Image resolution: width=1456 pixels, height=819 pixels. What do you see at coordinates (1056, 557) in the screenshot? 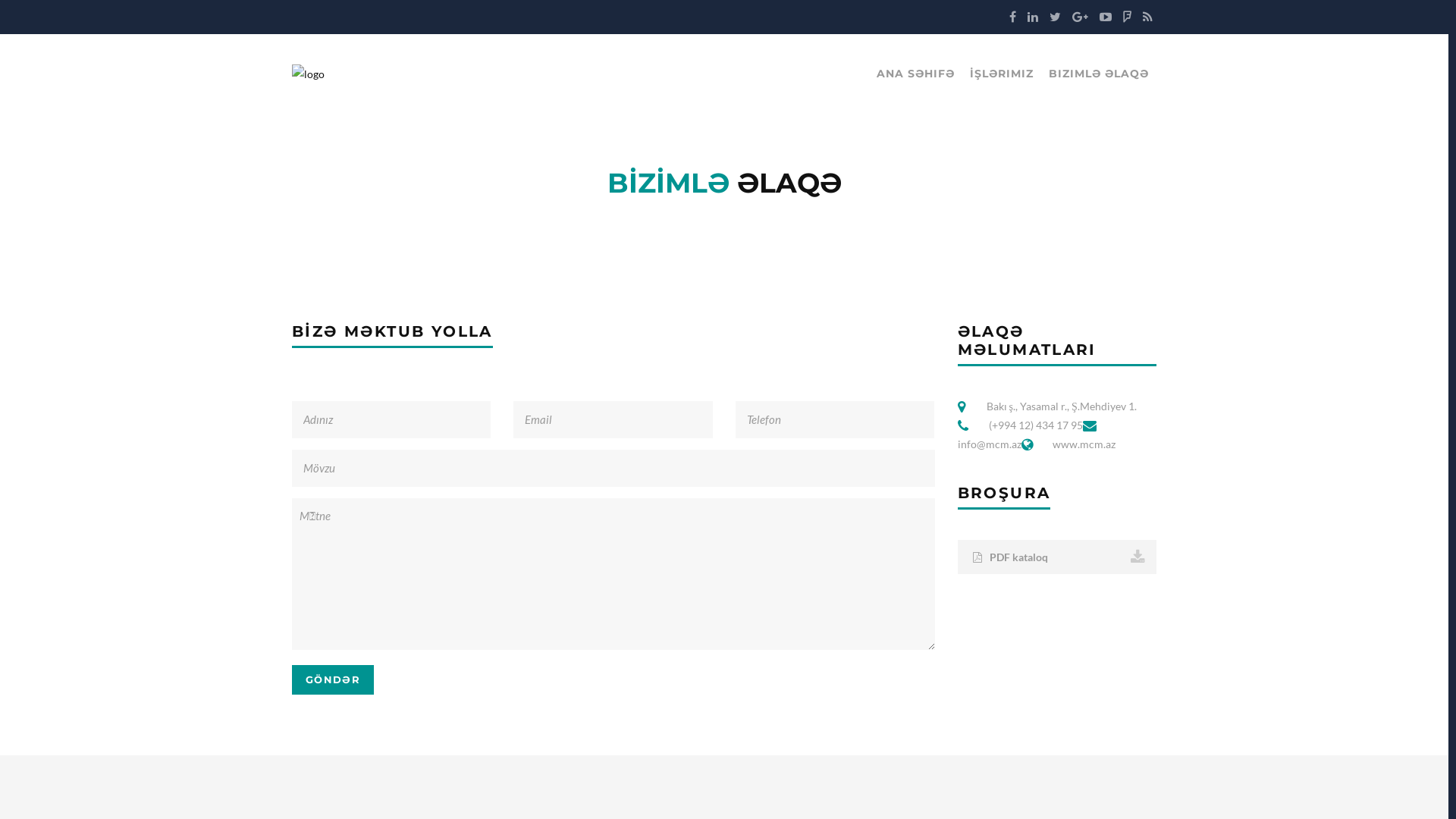
I see `'PDF kataloq'` at bounding box center [1056, 557].